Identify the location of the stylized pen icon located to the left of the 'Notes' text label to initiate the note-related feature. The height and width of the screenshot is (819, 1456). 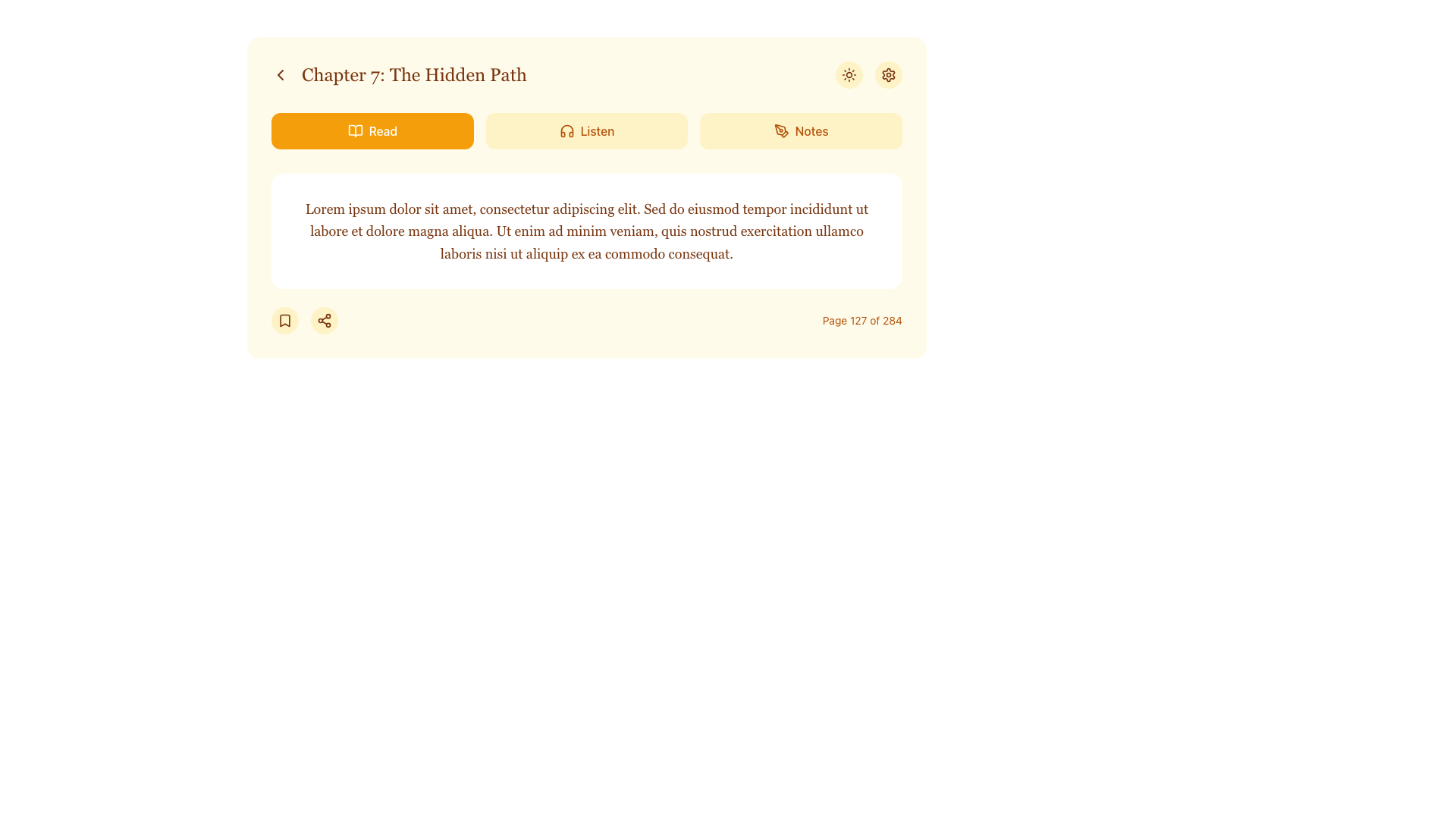
(781, 130).